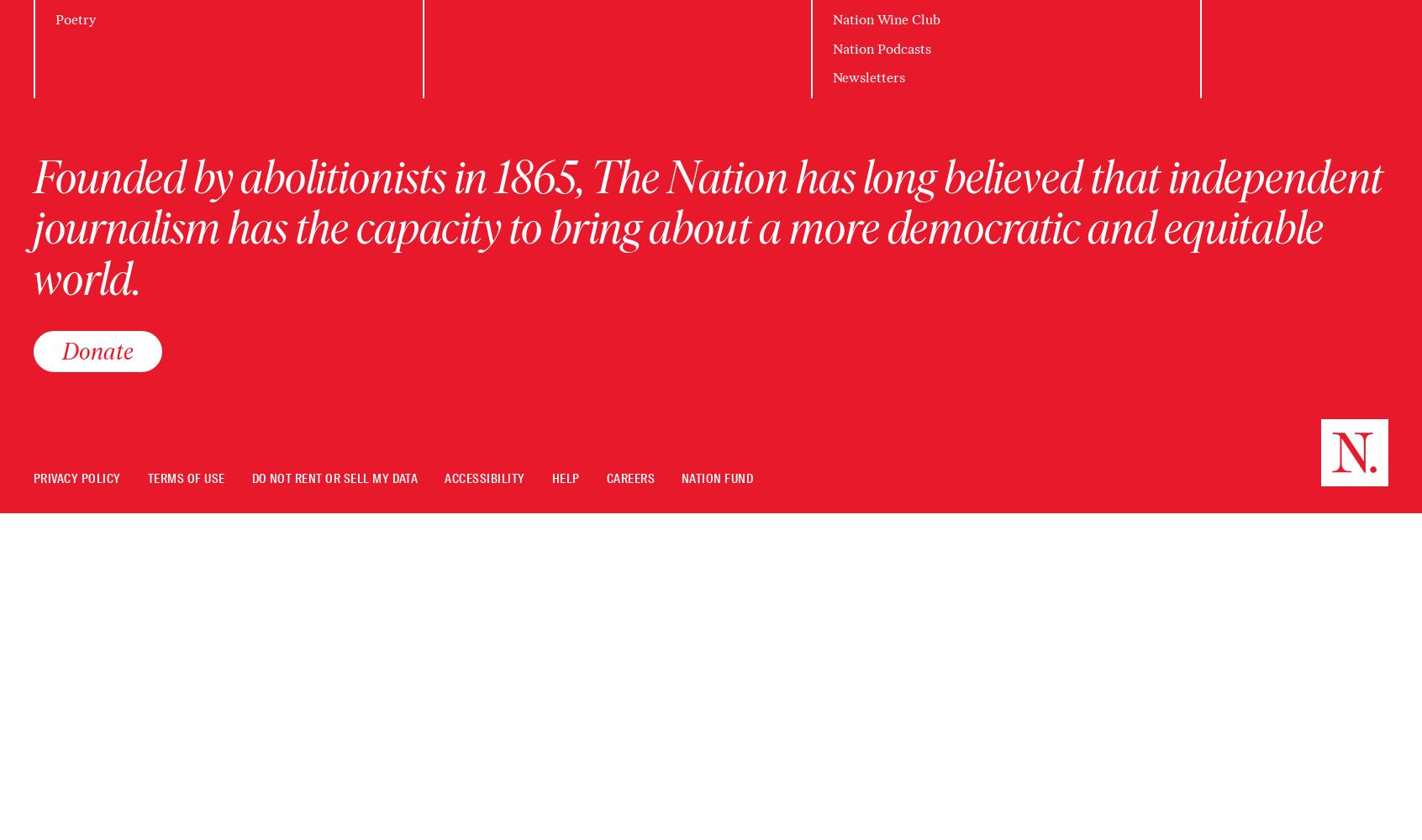 The height and width of the screenshot is (840, 1422). What do you see at coordinates (881, 48) in the screenshot?
I see `'Nation Podcasts'` at bounding box center [881, 48].